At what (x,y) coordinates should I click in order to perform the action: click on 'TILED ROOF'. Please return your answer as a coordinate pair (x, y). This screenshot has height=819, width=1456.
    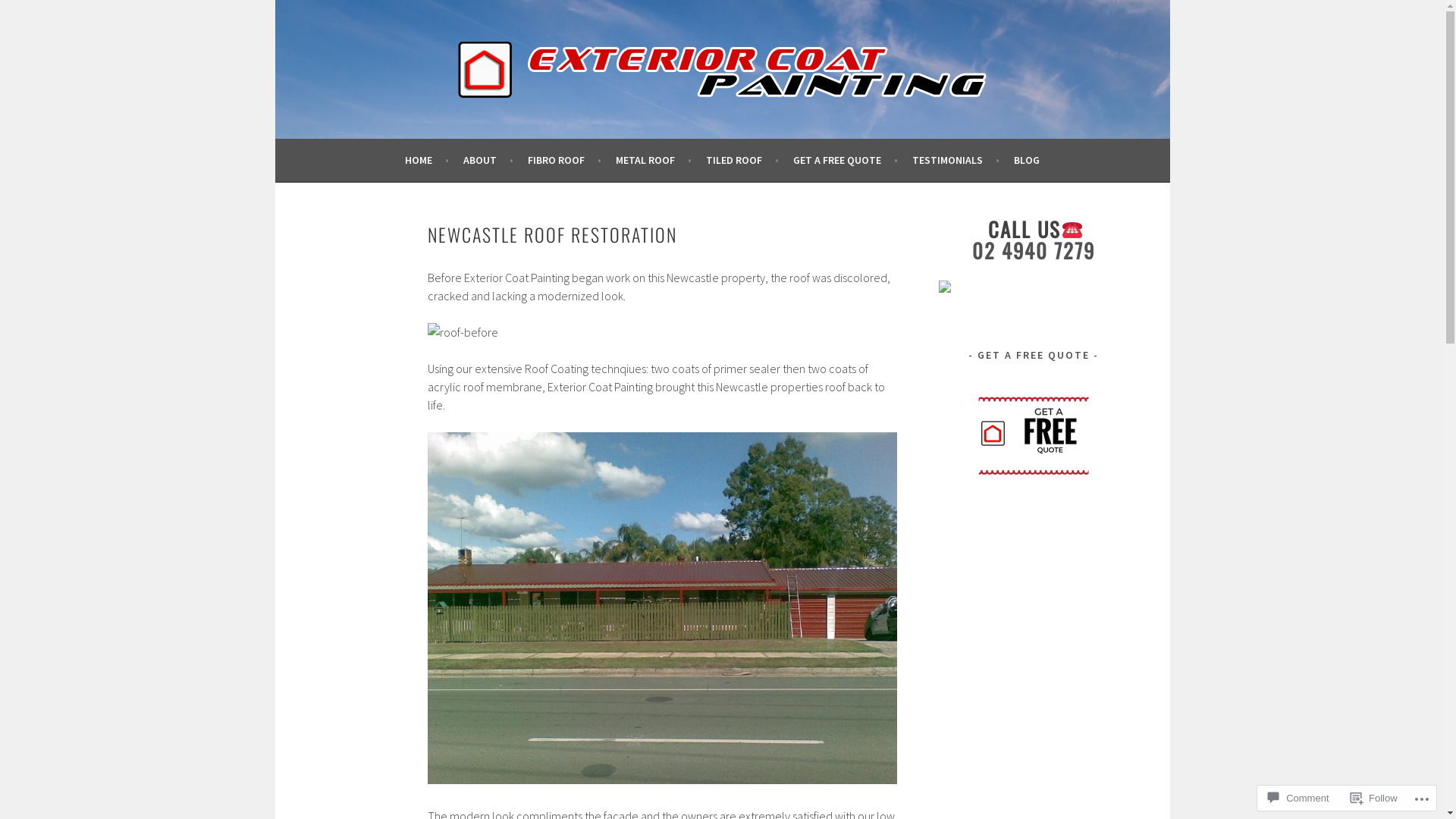
    Looking at the image, I should click on (742, 160).